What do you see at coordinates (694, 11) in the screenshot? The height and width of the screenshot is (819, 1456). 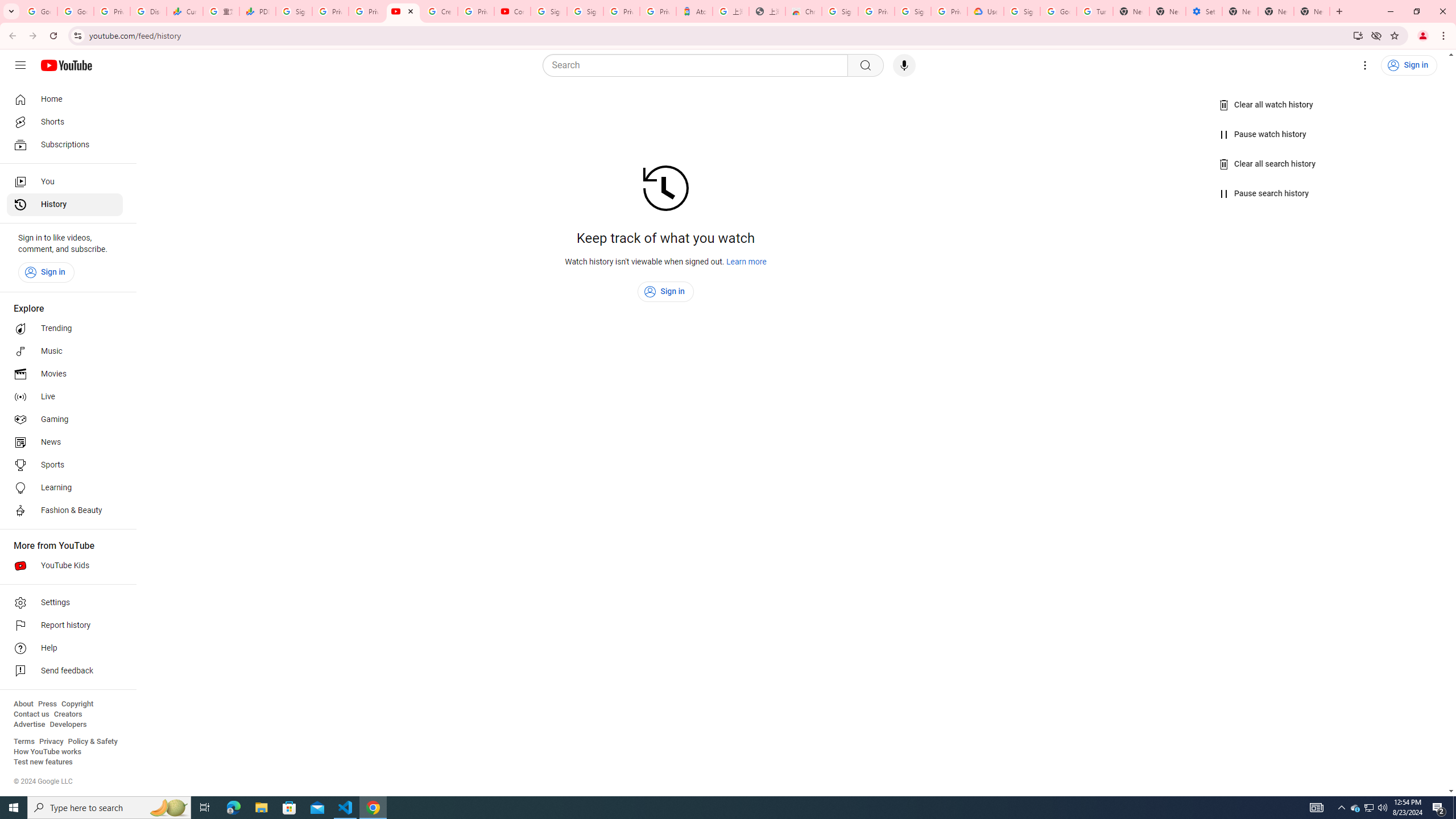 I see `'Atour Hotel - Google hotels'` at bounding box center [694, 11].